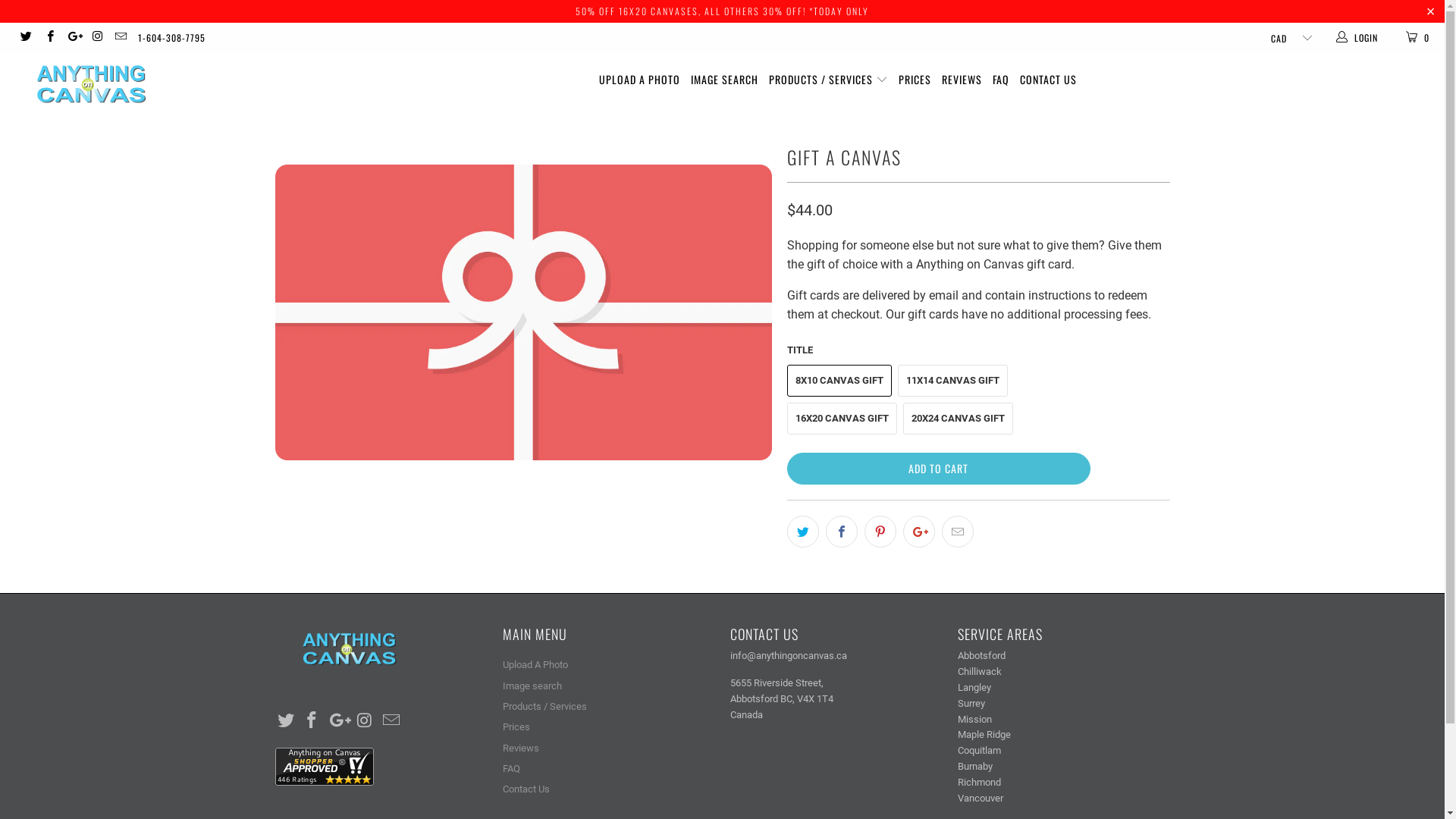 The height and width of the screenshot is (819, 1456). I want to click on 'CONTACT US', so click(1047, 80).